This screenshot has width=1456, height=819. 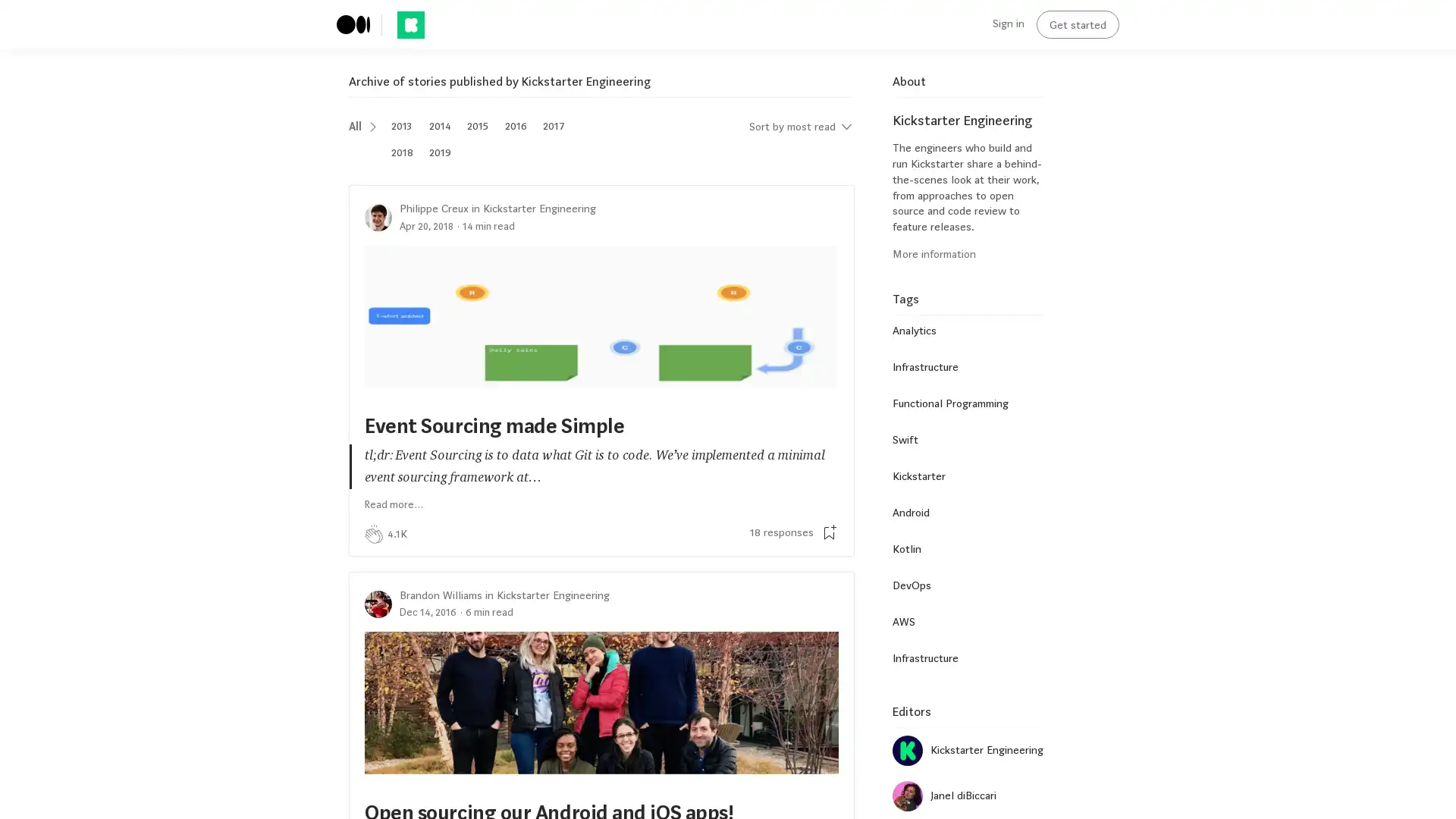 I want to click on Clap, so click(x=374, y=534).